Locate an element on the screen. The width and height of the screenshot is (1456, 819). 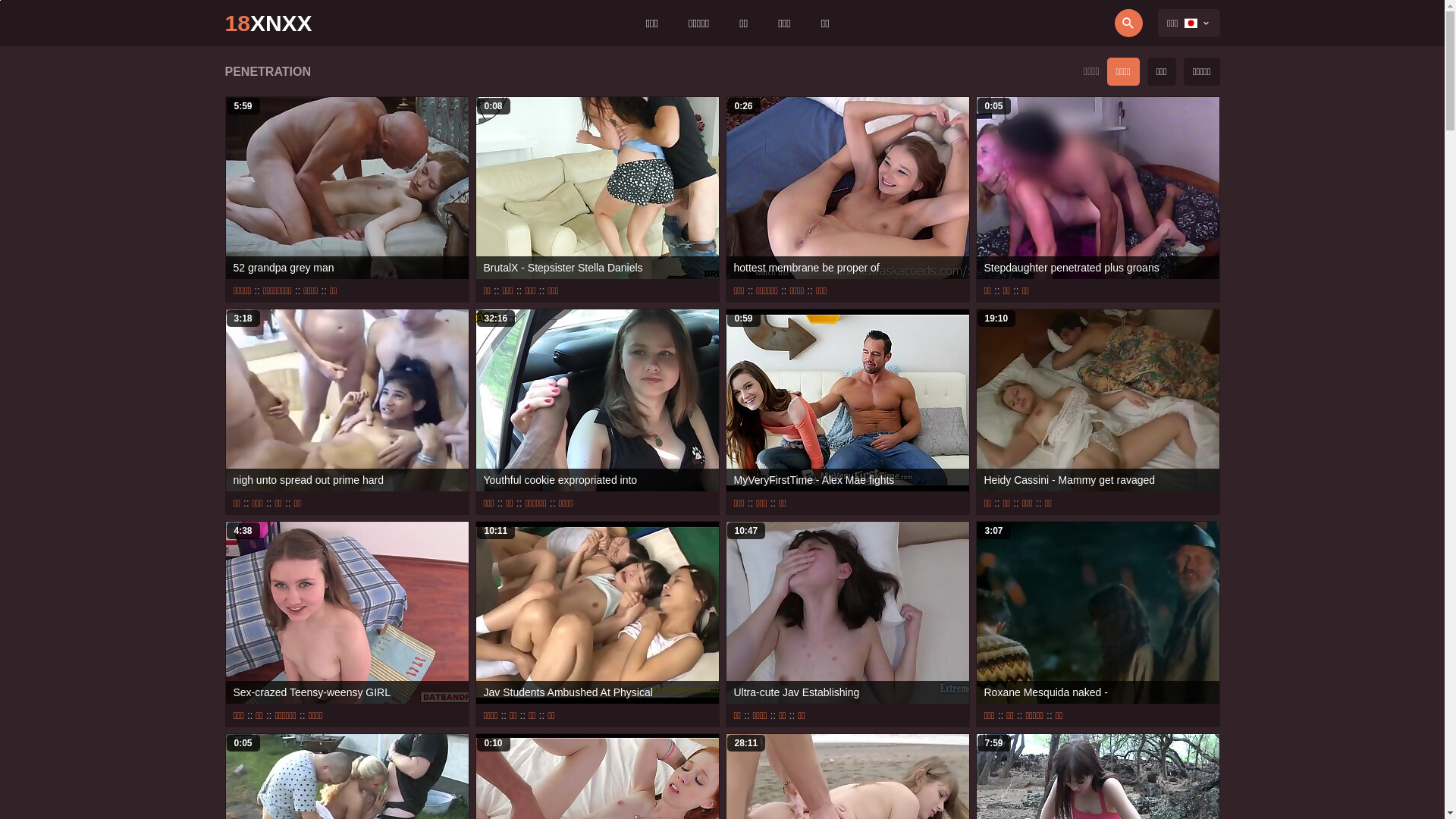
'Search' is located at coordinates (1070, 23).